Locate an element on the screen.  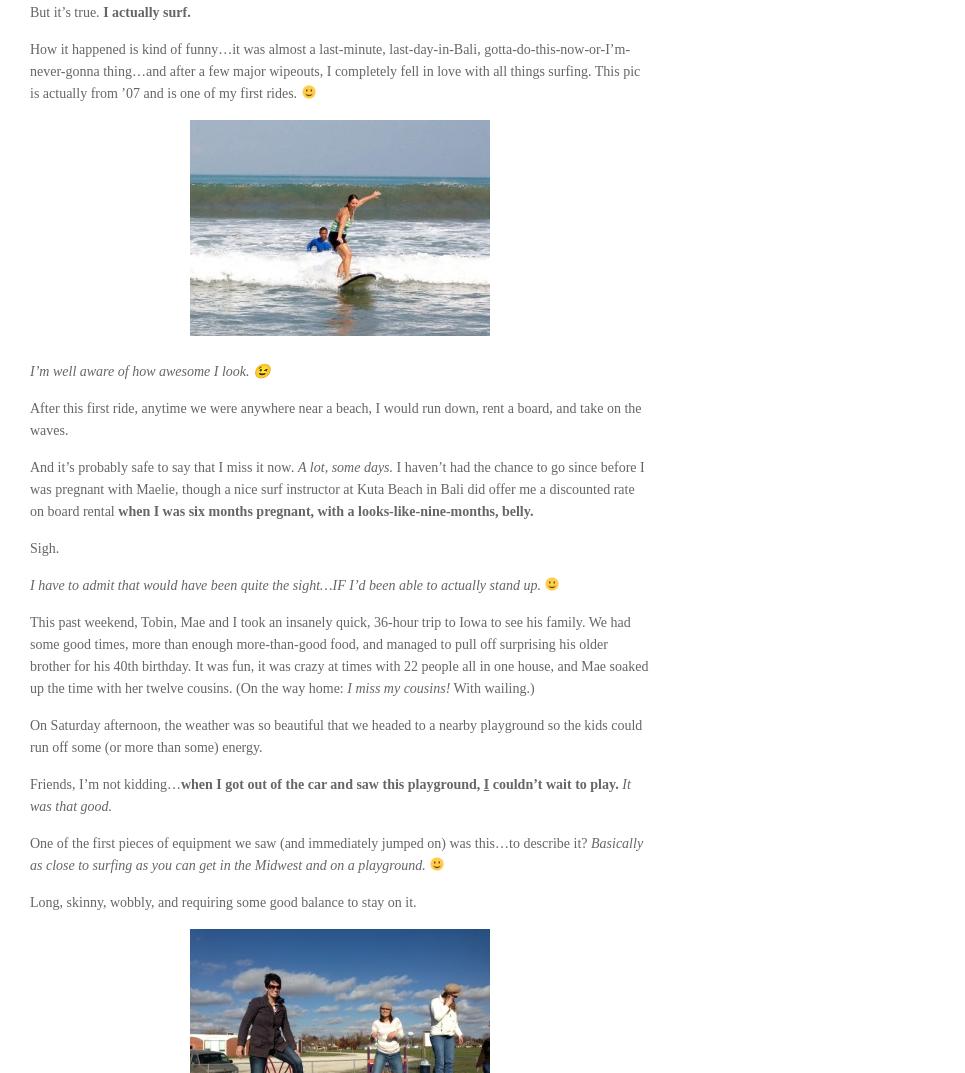
'I miss my cousins!' is located at coordinates (397, 688).